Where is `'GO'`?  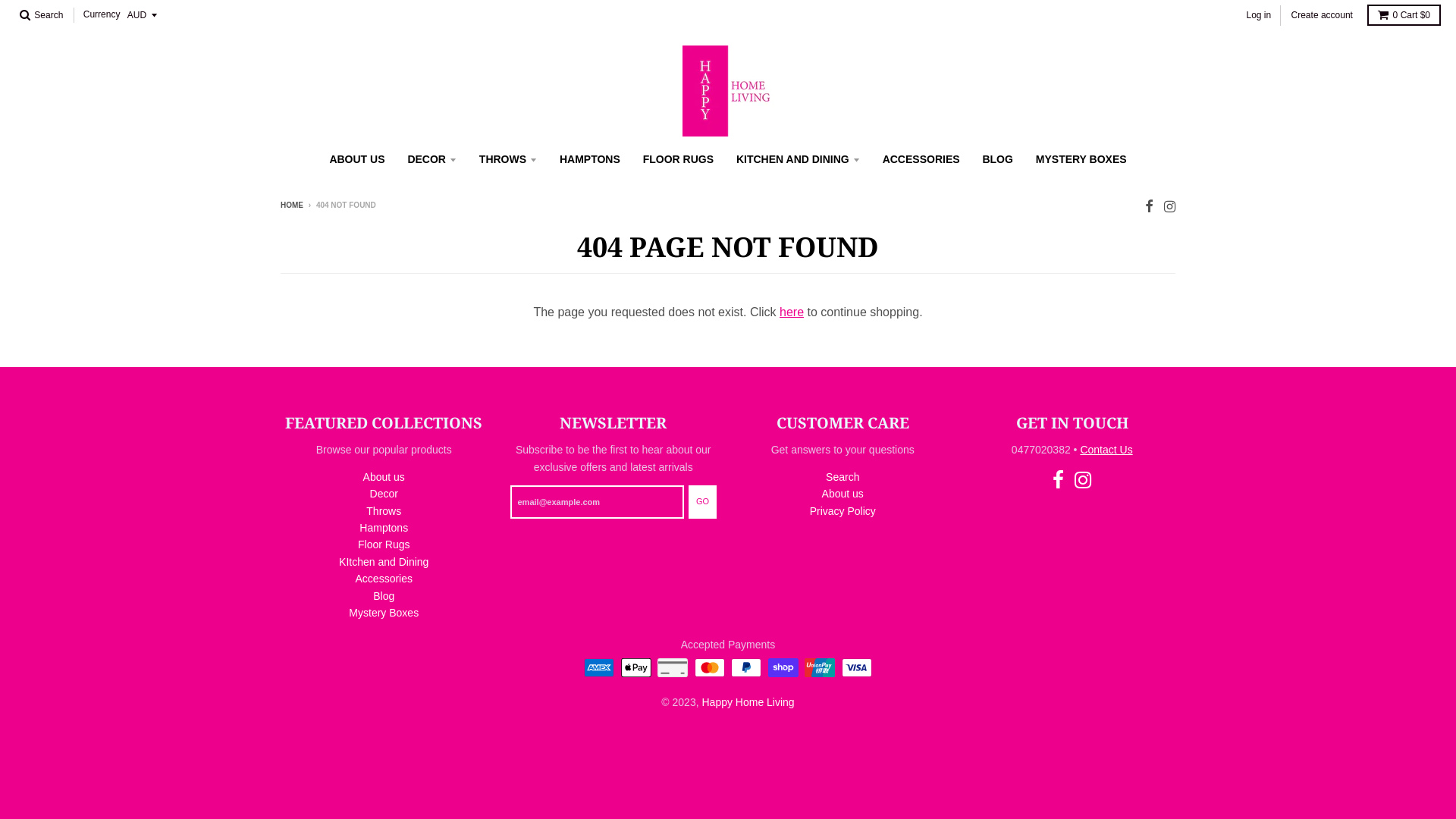 'GO' is located at coordinates (701, 502).